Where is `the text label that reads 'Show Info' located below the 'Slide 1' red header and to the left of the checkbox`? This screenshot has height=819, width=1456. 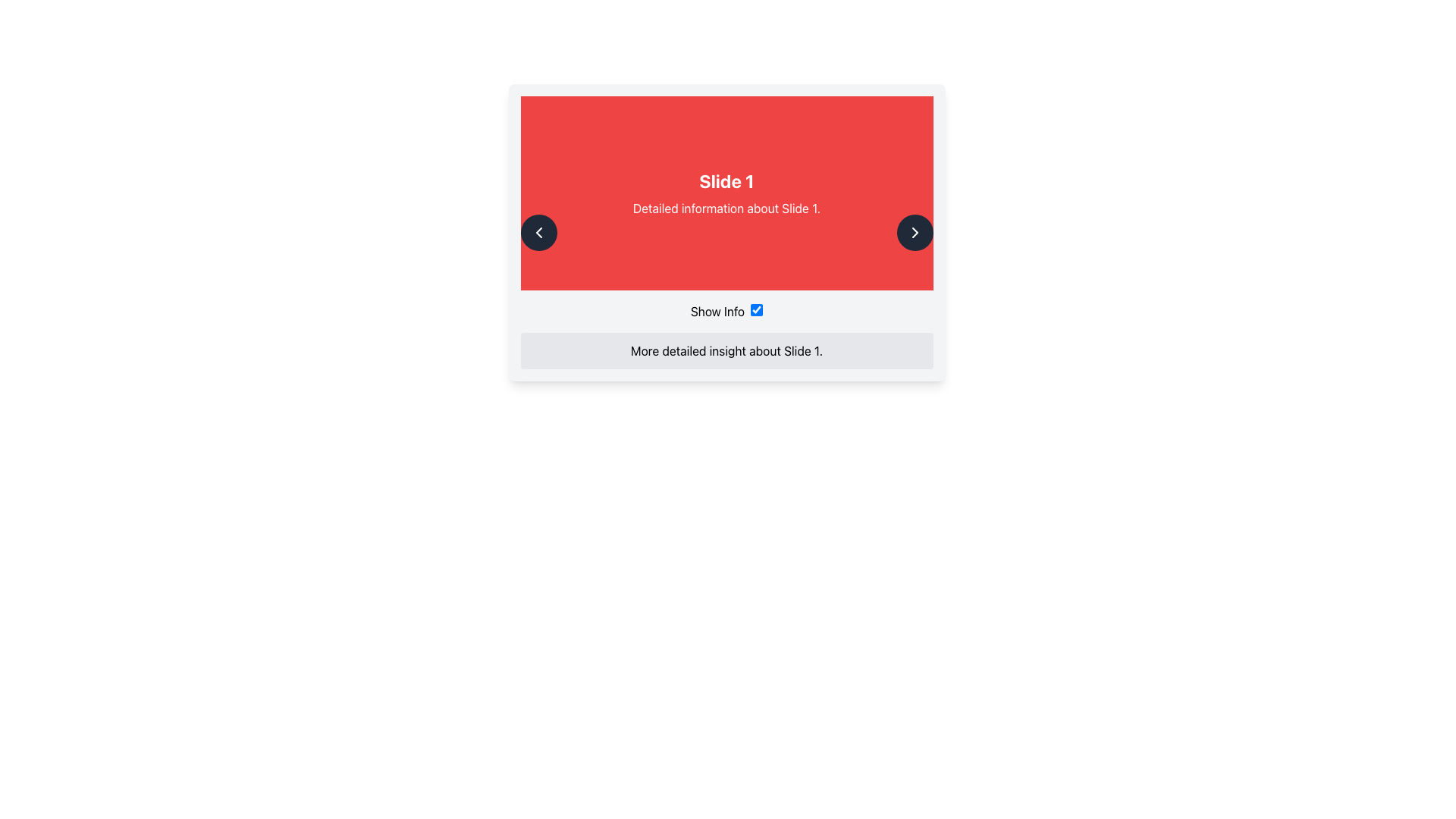 the text label that reads 'Show Info' located below the 'Slide 1' red header and to the left of the checkbox is located at coordinates (717, 311).